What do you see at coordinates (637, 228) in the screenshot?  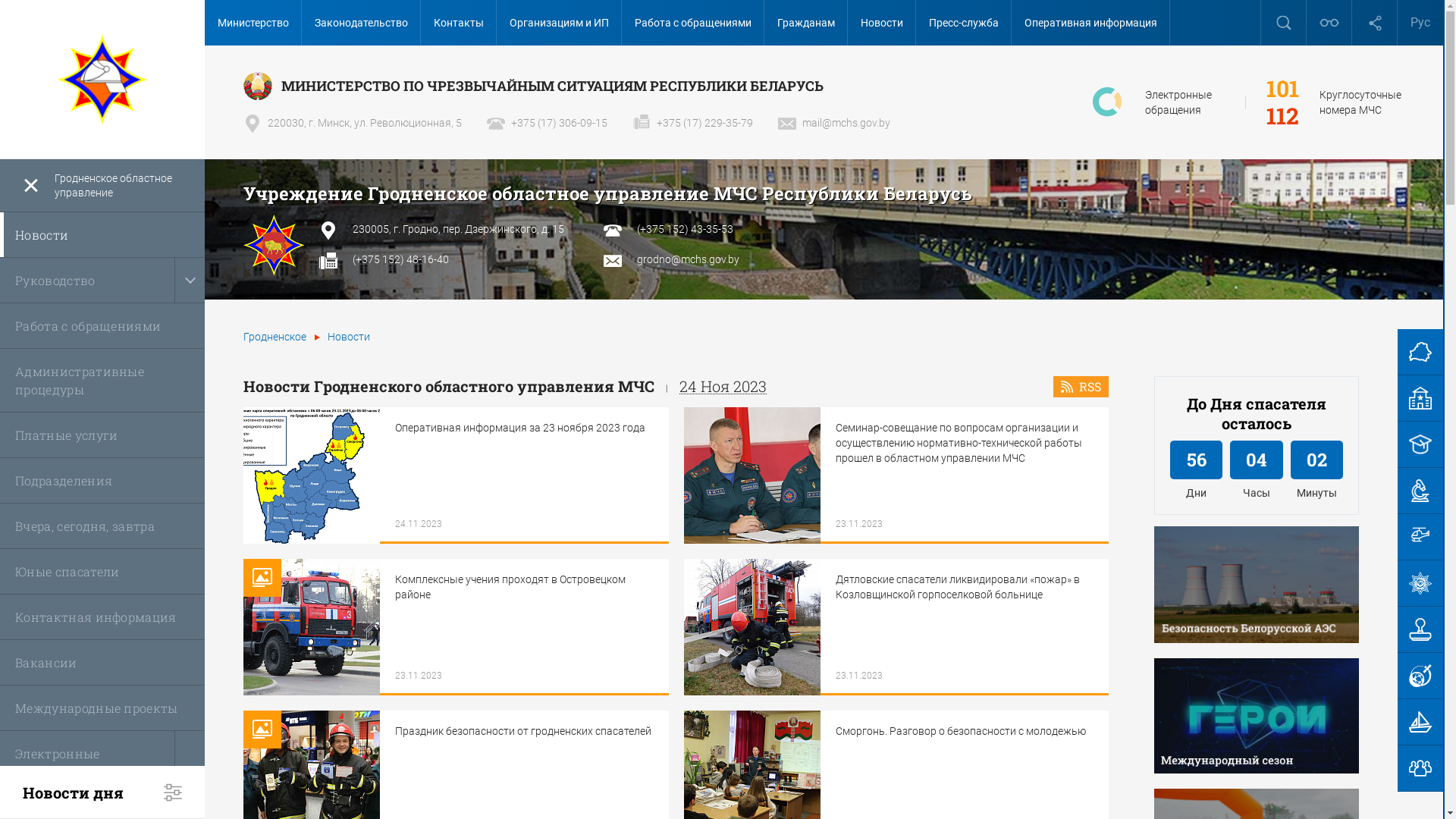 I see `'(+375 152) 43-35-53'` at bounding box center [637, 228].